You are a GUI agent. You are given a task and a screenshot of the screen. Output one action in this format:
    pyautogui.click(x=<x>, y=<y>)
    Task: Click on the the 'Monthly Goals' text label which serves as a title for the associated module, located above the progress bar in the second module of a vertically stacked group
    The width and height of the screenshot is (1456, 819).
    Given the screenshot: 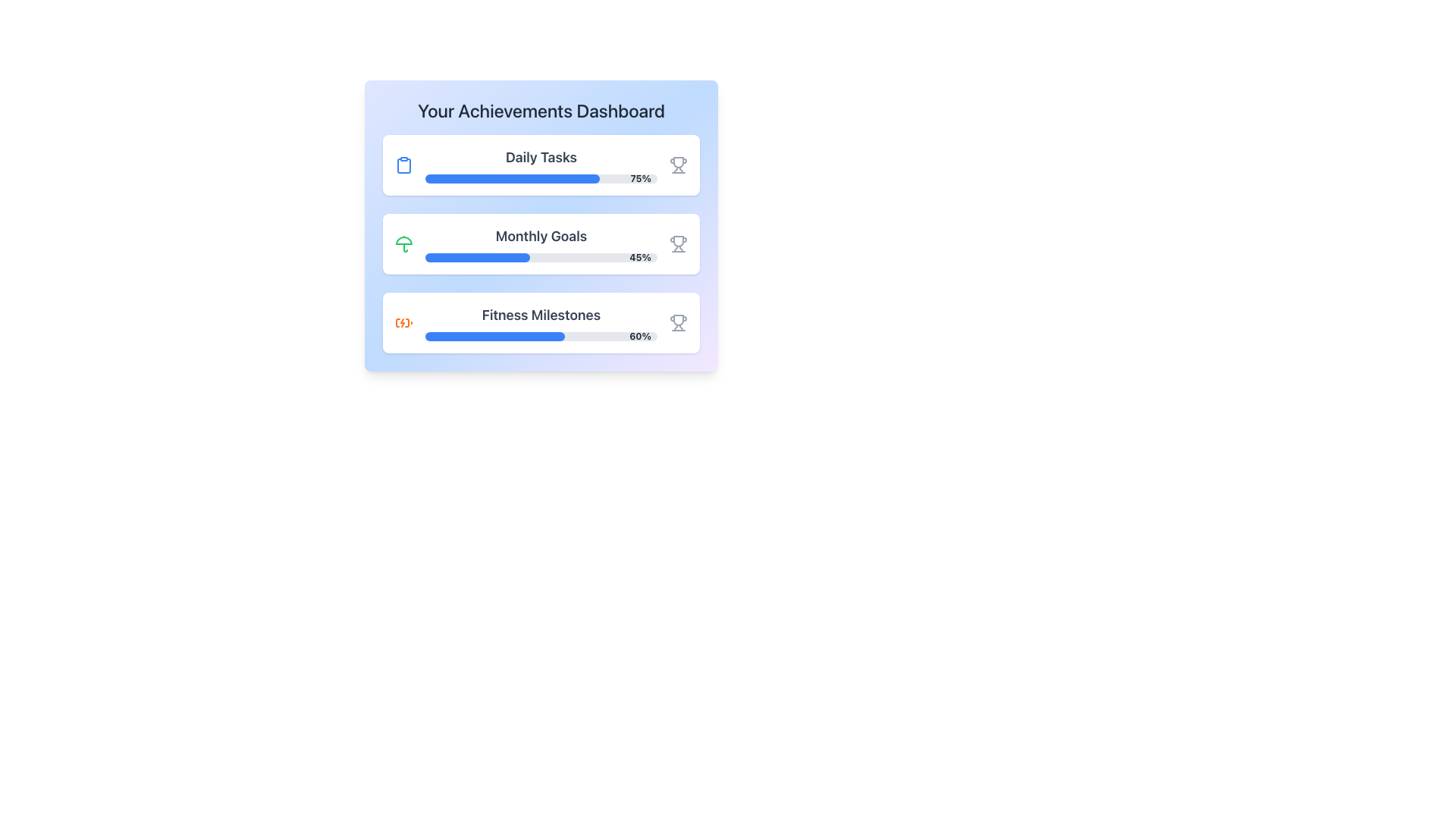 What is the action you would take?
    pyautogui.click(x=541, y=237)
    